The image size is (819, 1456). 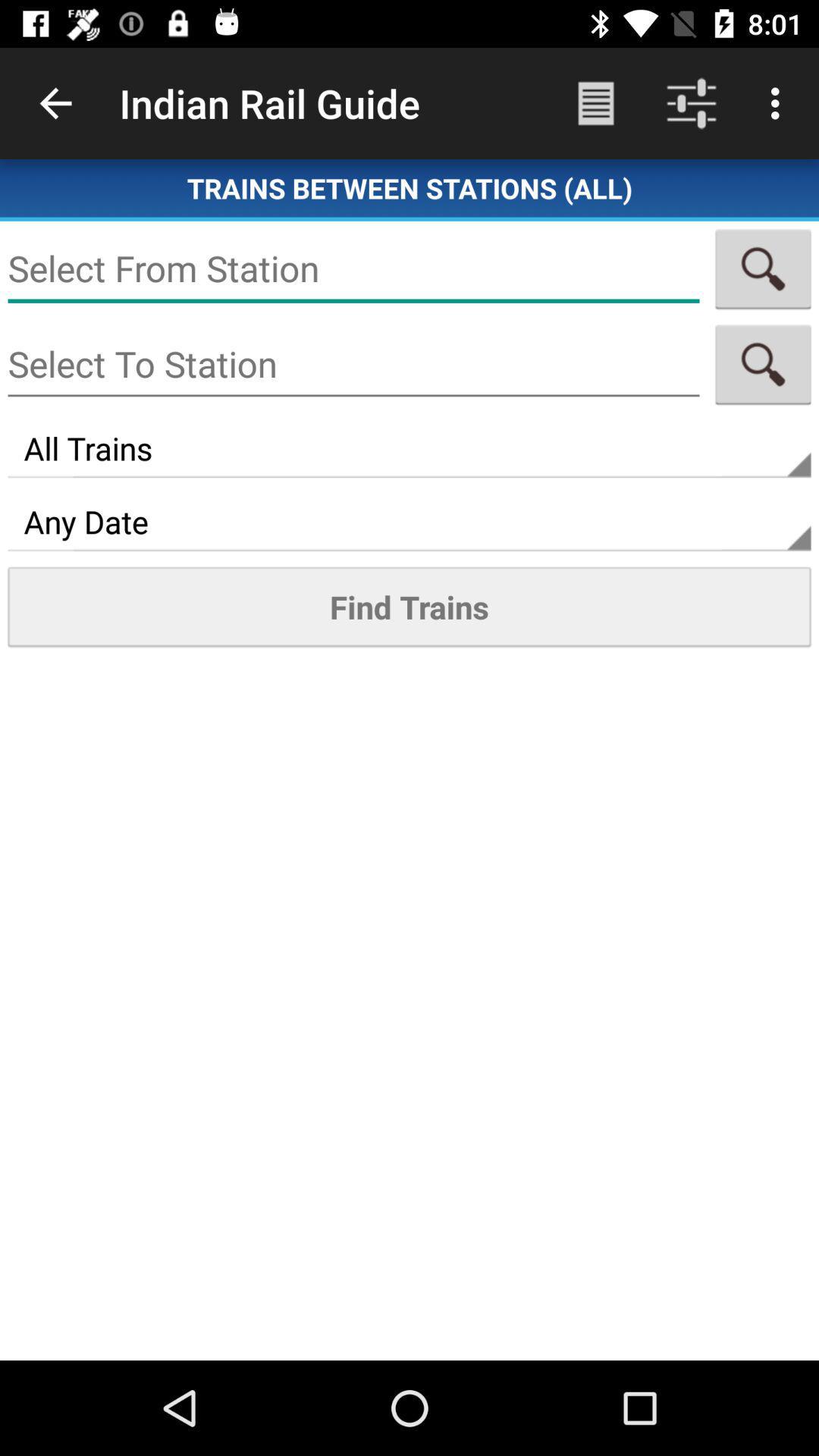 What do you see at coordinates (763, 268) in the screenshot?
I see `search` at bounding box center [763, 268].